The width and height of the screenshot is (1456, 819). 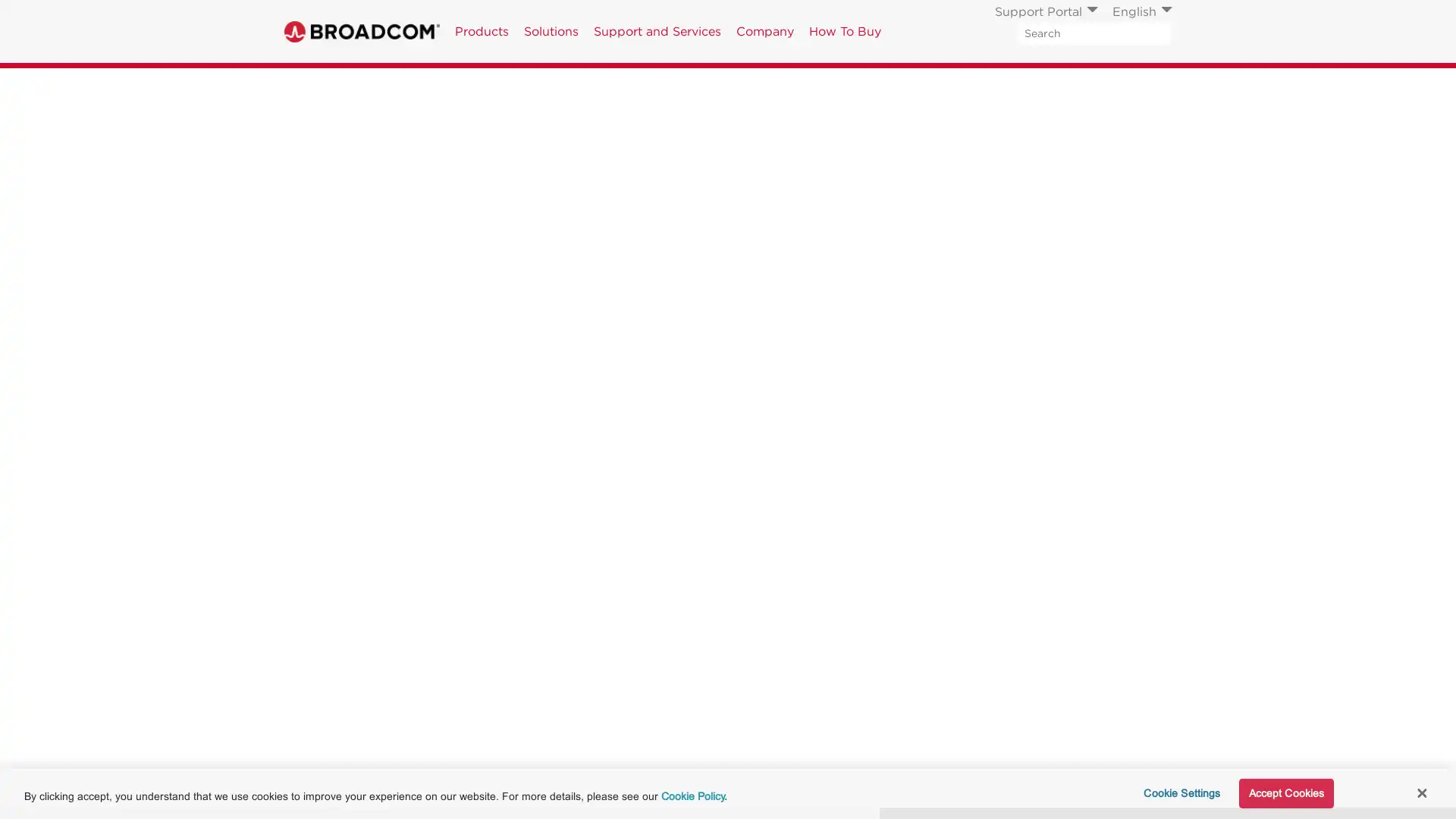 I want to click on Company, so click(x=764, y=31).